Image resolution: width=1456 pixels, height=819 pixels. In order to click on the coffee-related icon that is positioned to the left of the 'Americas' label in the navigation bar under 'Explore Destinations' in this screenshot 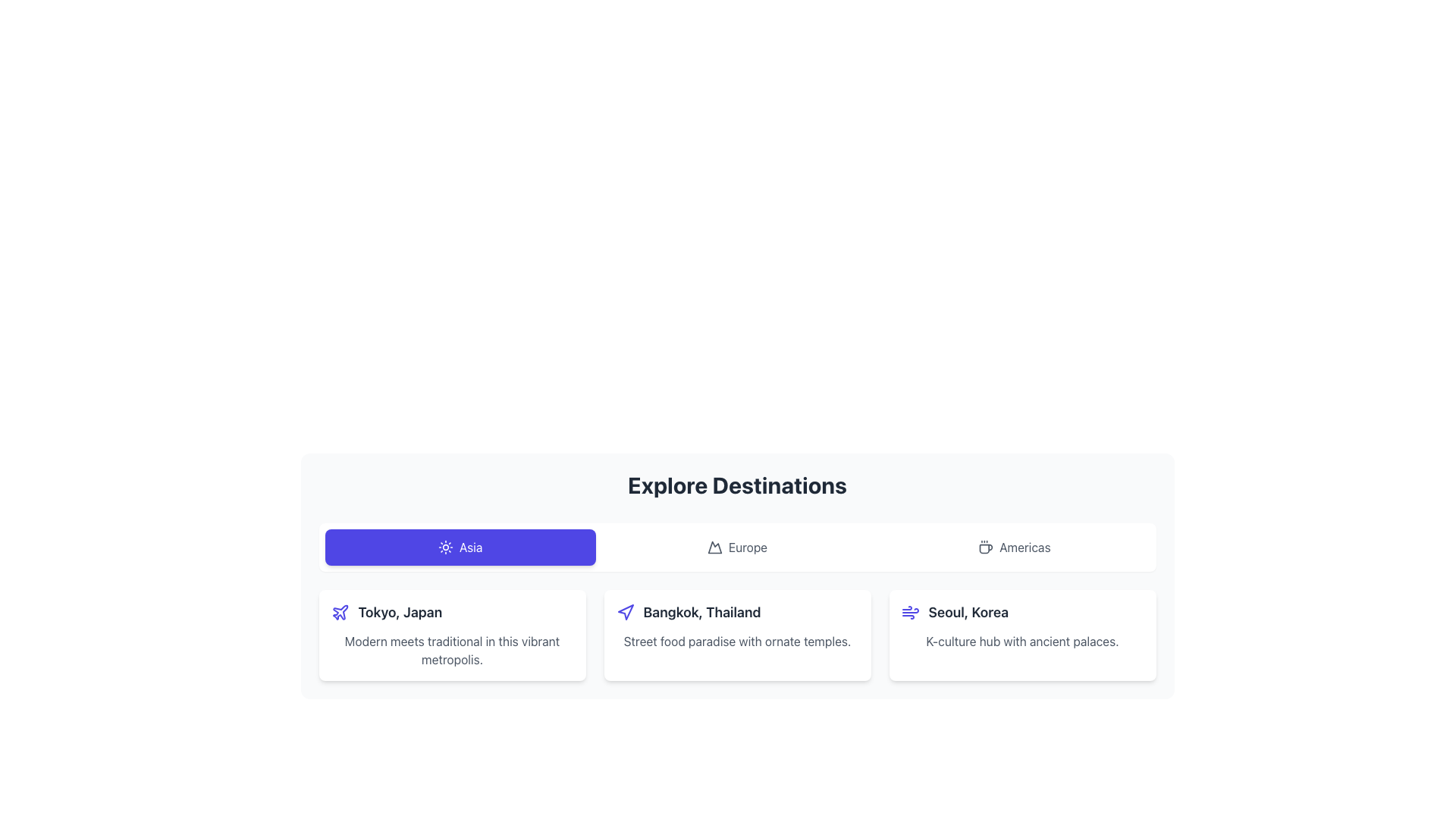, I will do `click(986, 547)`.